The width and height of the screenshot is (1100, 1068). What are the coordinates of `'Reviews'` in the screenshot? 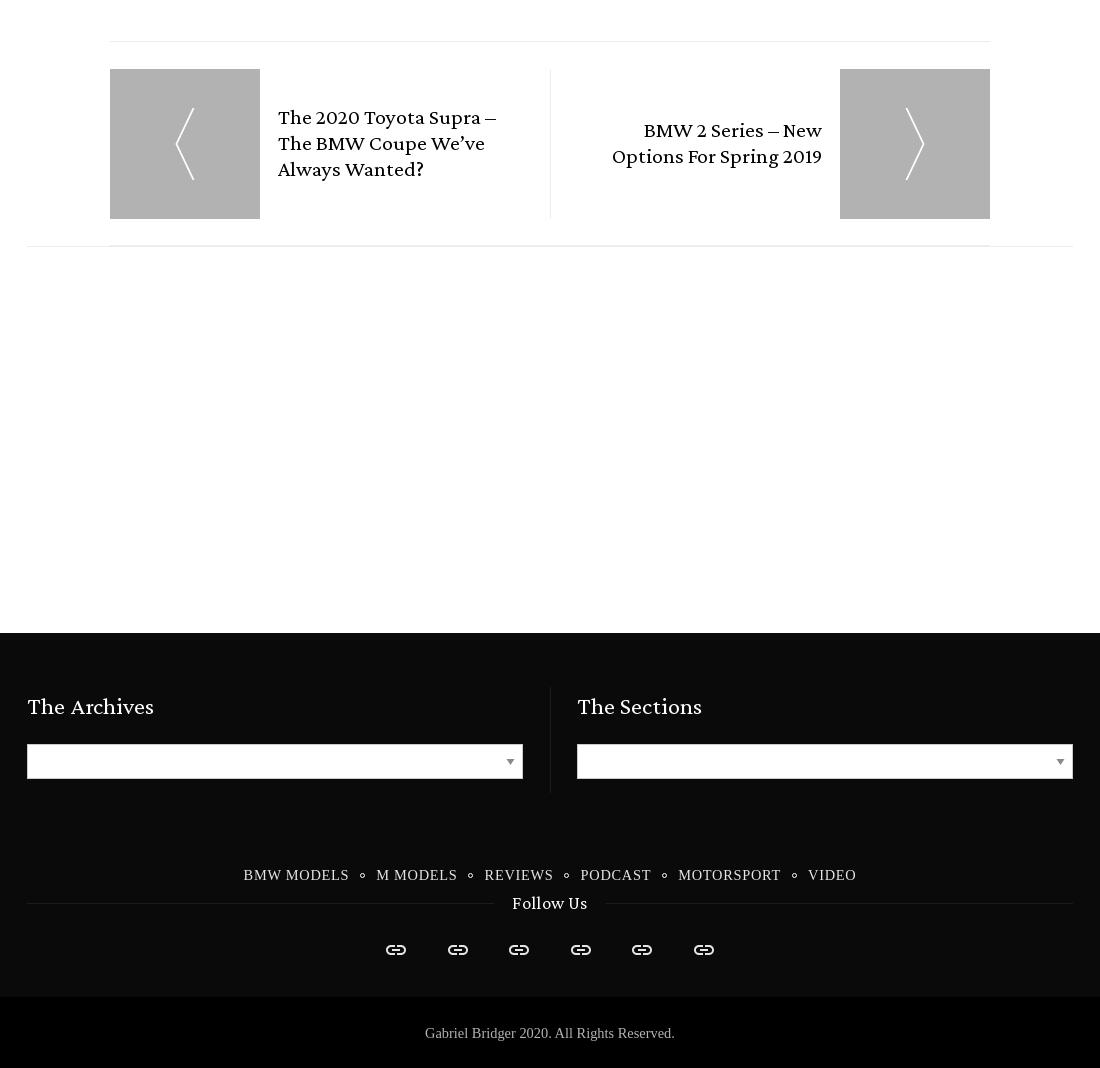 It's located at (484, 877).